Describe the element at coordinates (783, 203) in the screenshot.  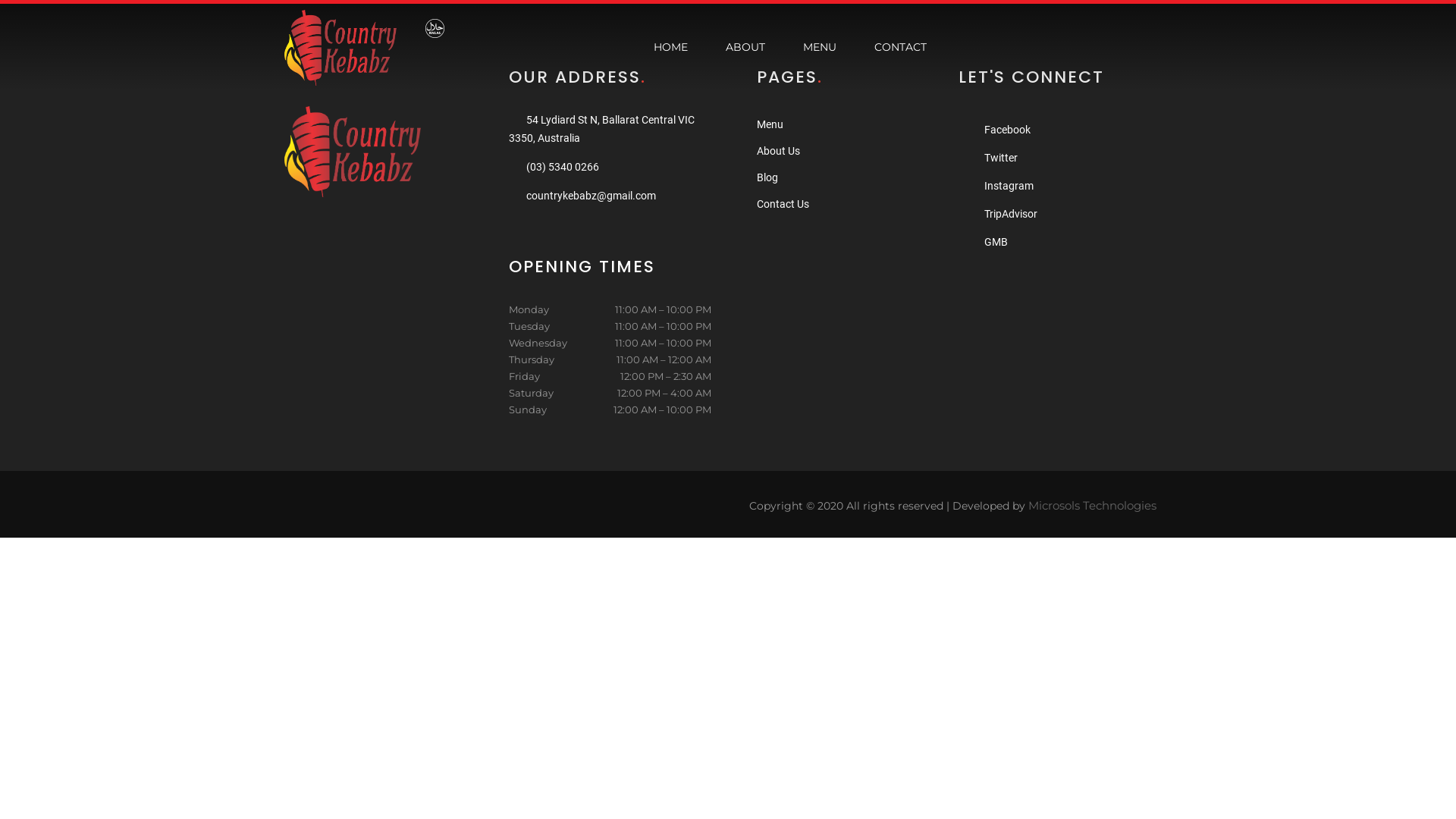
I see `'Contact Us'` at that location.